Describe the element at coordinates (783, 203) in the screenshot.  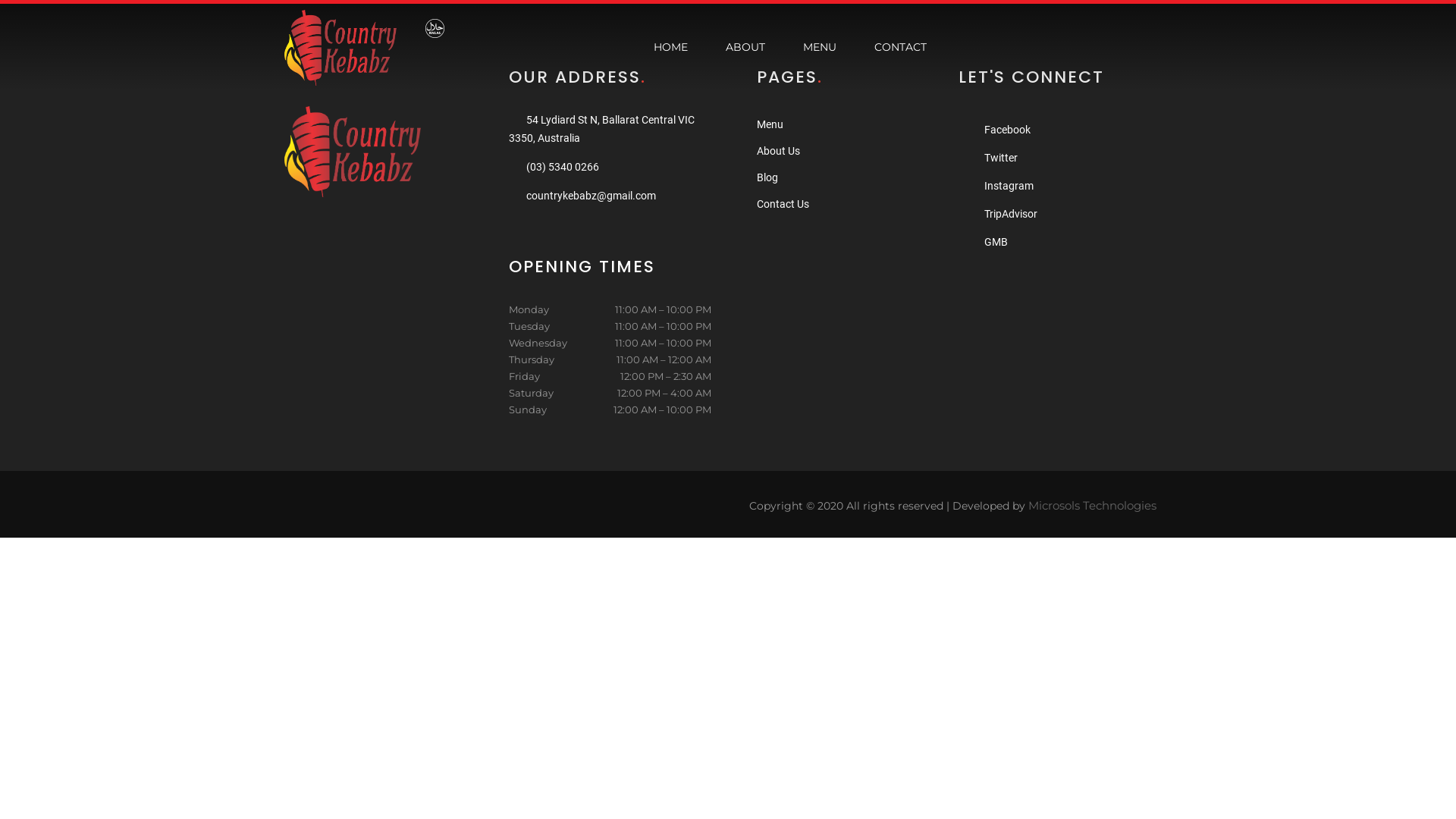
I see `'Contact Us'` at that location.